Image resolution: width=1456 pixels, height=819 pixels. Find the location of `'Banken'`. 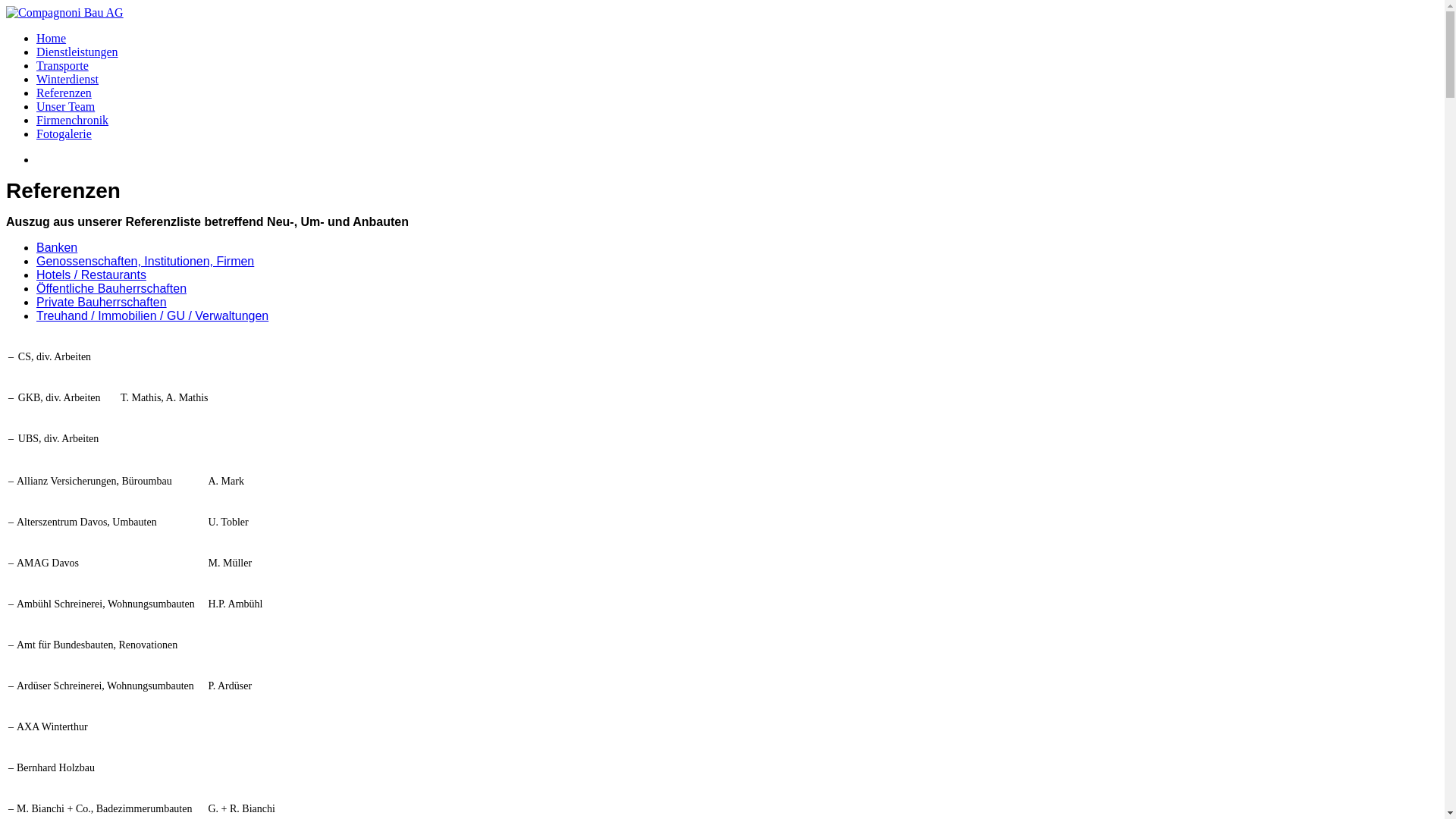

'Banken' is located at coordinates (57, 246).